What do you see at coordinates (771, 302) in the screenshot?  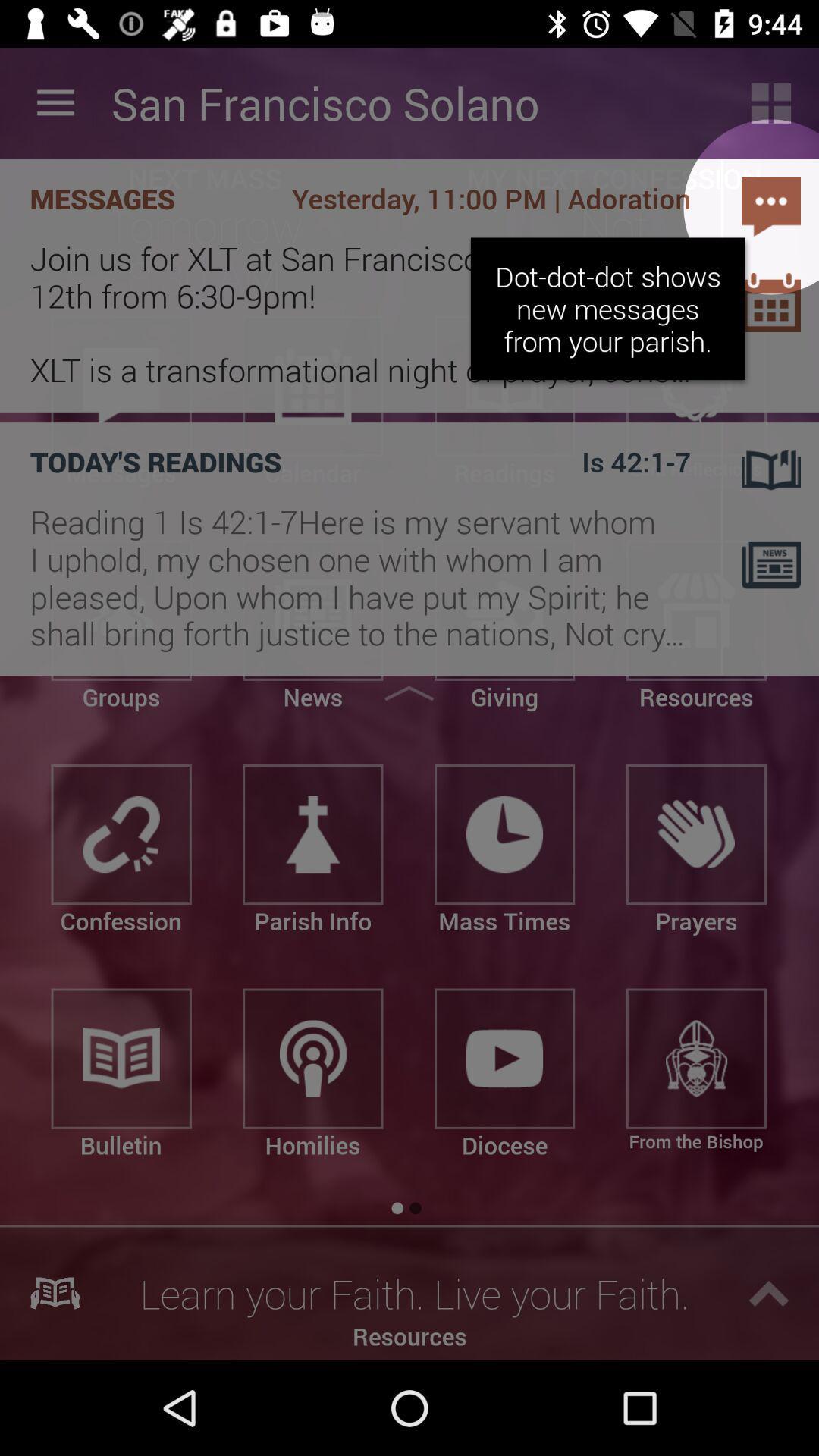 I see `the date_range icon` at bounding box center [771, 302].